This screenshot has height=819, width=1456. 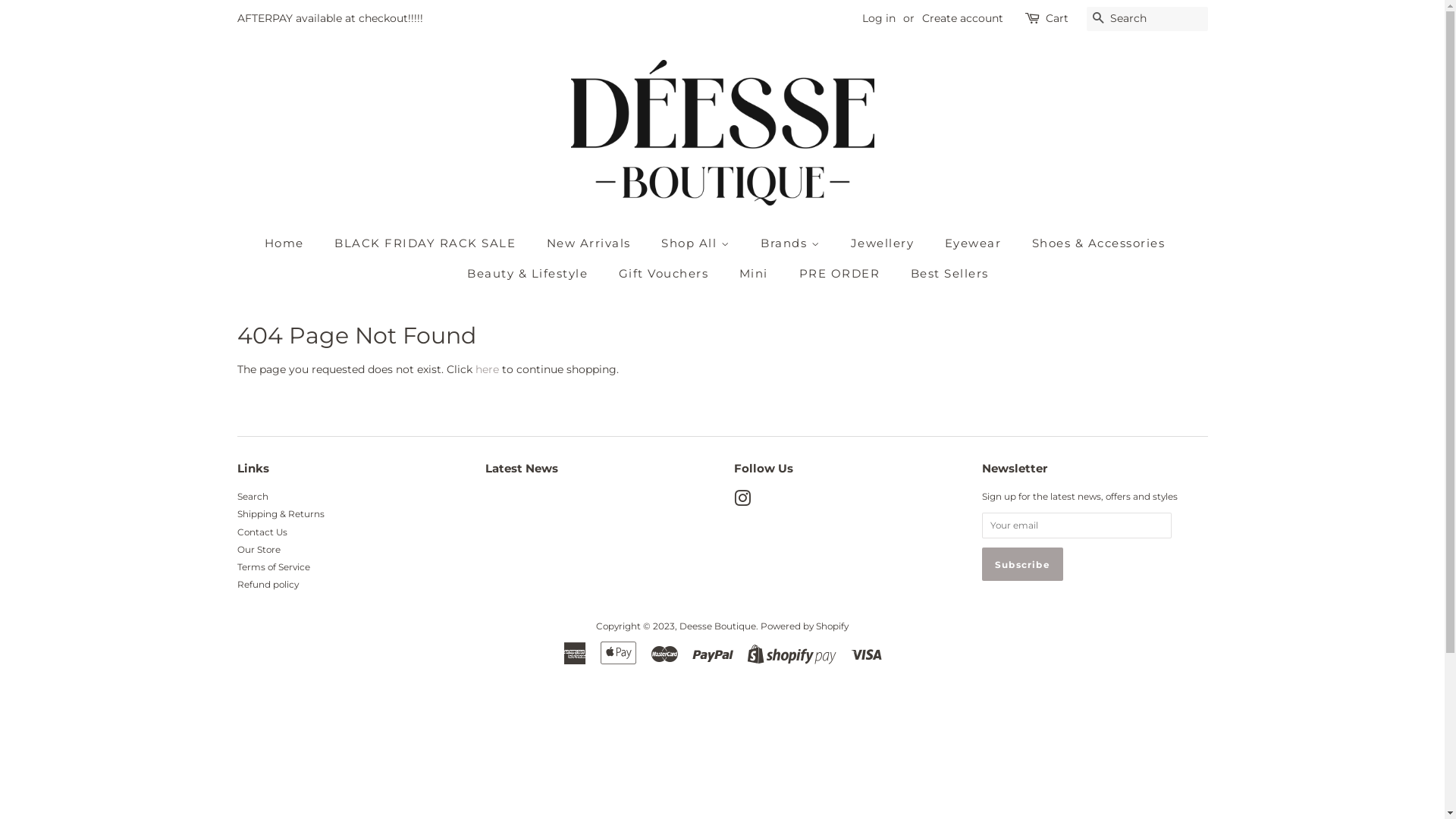 I want to click on 'Shoes & Accessories', so click(x=1020, y=242).